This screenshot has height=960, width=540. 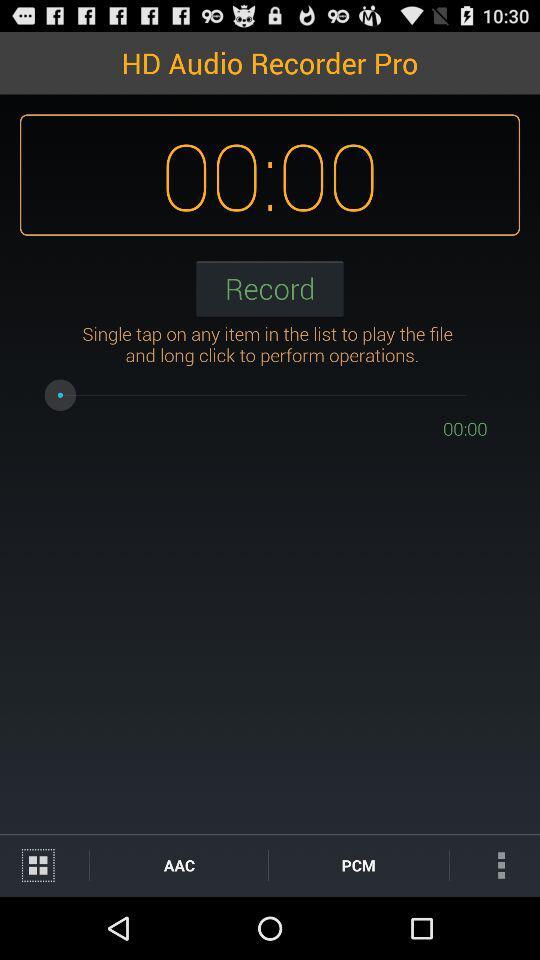 What do you see at coordinates (44, 864) in the screenshot?
I see `icon next to the aac item` at bounding box center [44, 864].